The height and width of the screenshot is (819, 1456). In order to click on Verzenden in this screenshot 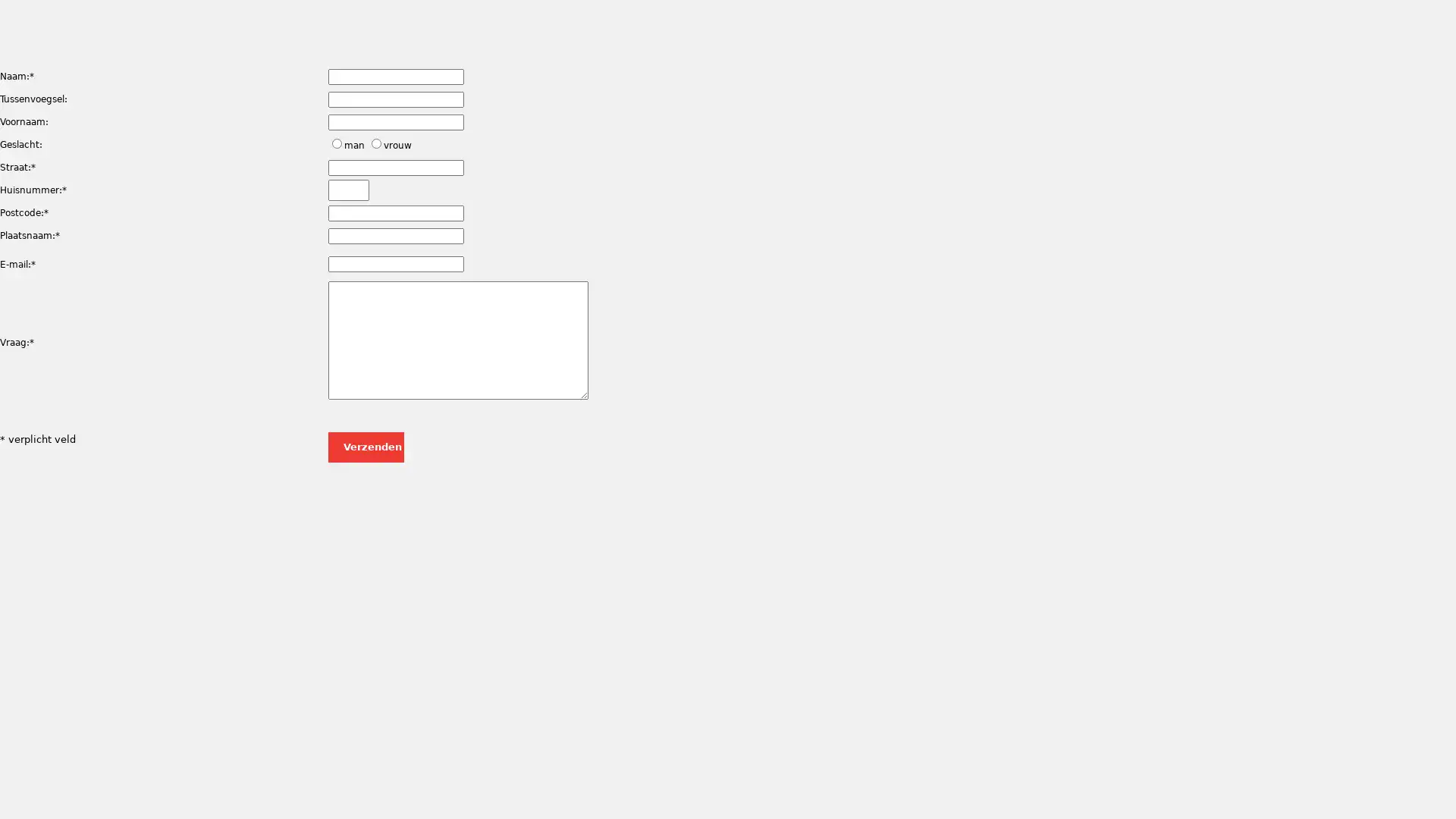, I will do `click(366, 447)`.